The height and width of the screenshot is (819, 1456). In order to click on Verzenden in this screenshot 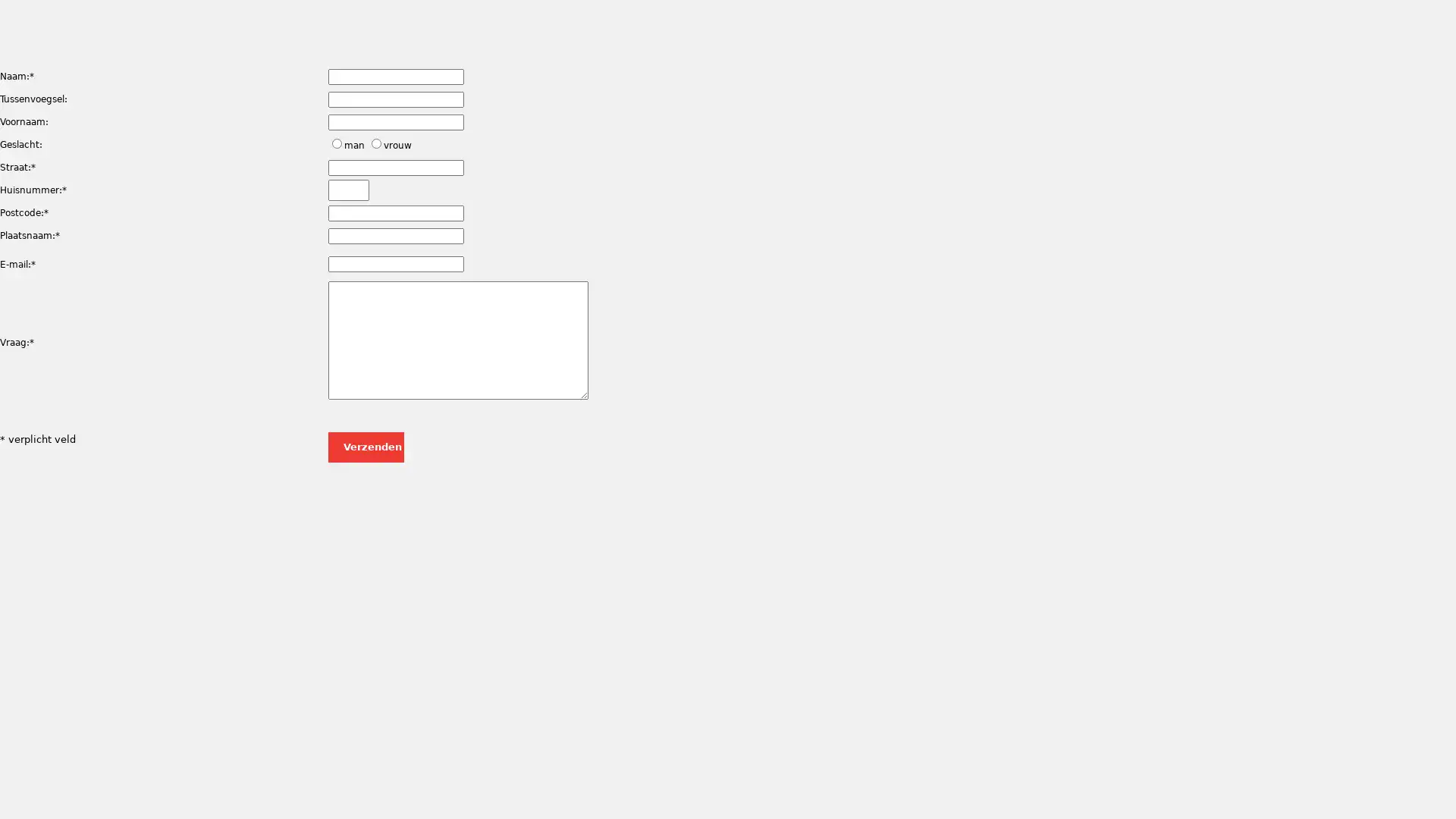, I will do `click(366, 447)`.